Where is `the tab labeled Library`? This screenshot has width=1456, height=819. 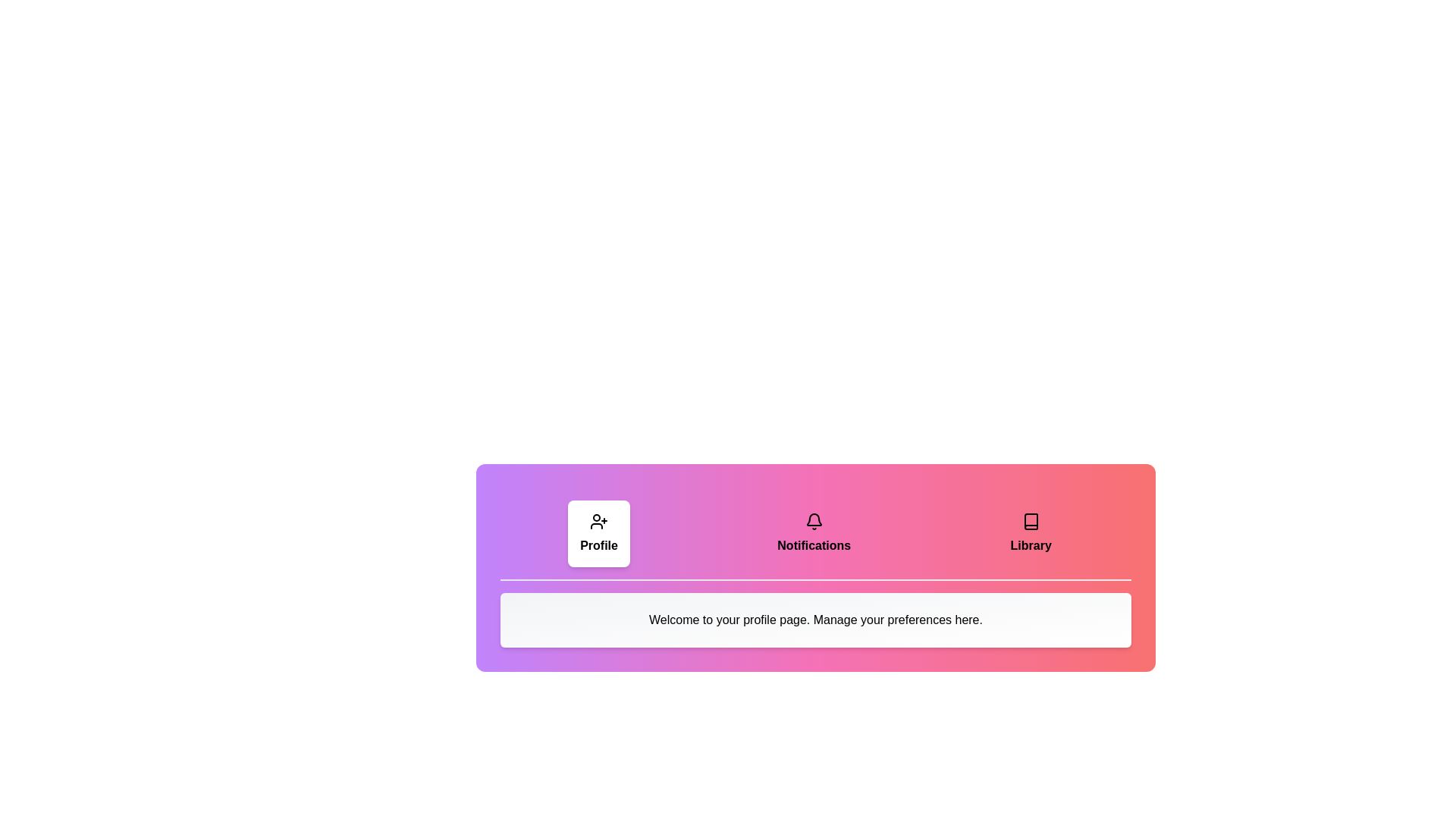 the tab labeled Library is located at coordinates (1031, 533).